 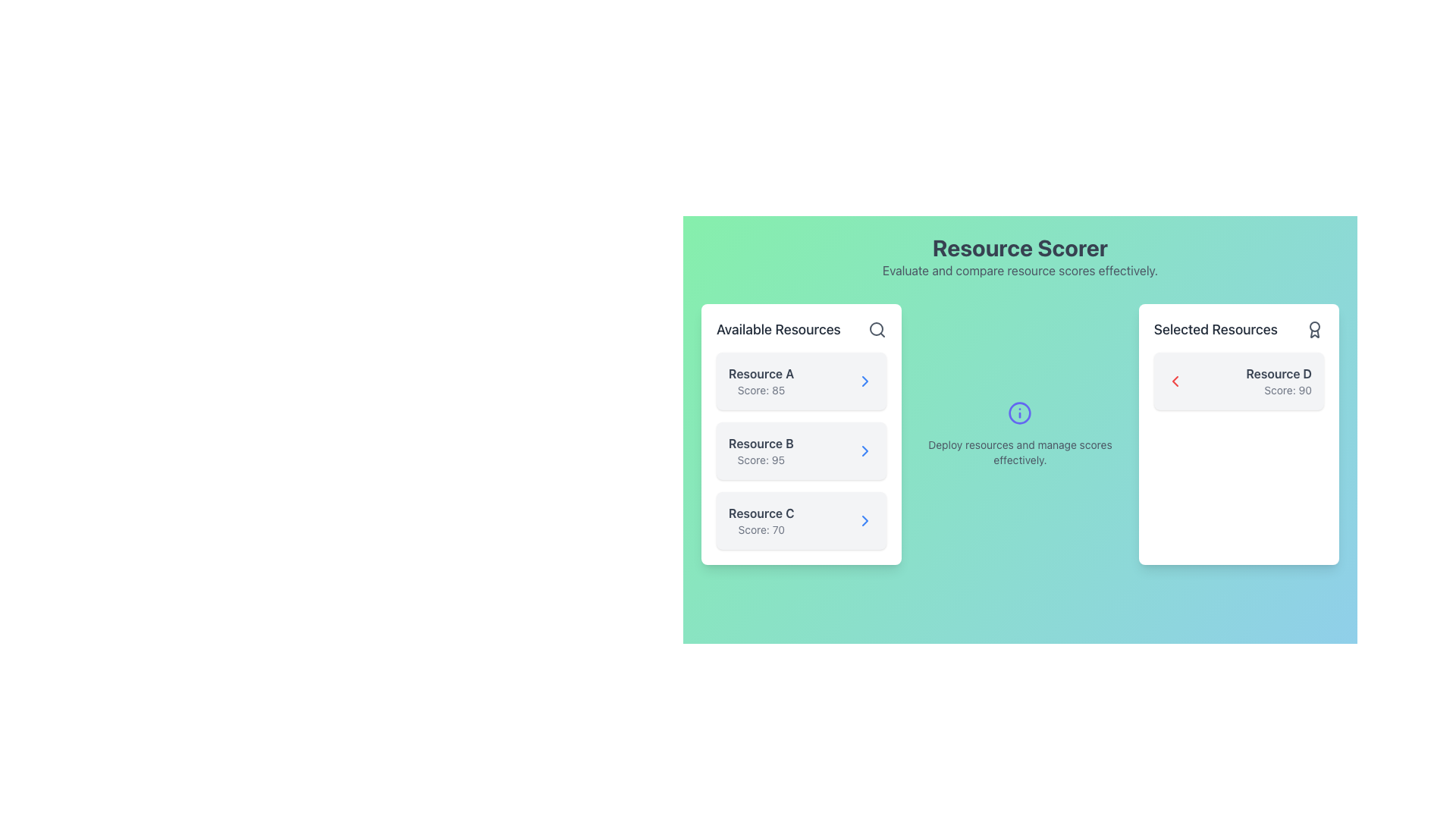 What do you see at coordinates (1313, 329) in the screenshot?
I see `the award icon located at the top-right corner of the 'Selected Resources' section header, adjacent to the 'Selected Resources' text` at bounding box center [1313, 329].